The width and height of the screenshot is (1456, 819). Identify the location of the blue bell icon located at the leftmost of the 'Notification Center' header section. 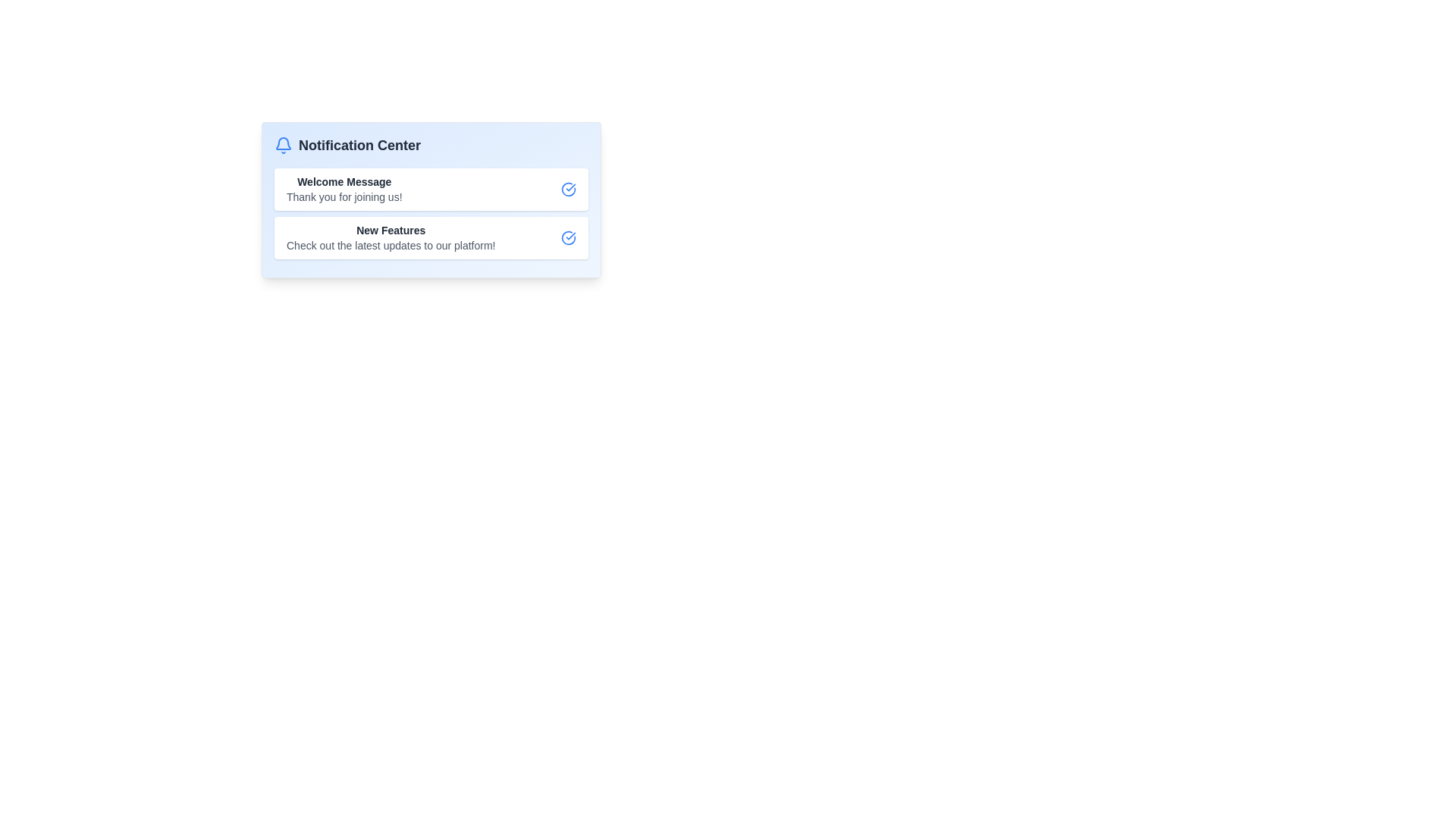
(284, 146).